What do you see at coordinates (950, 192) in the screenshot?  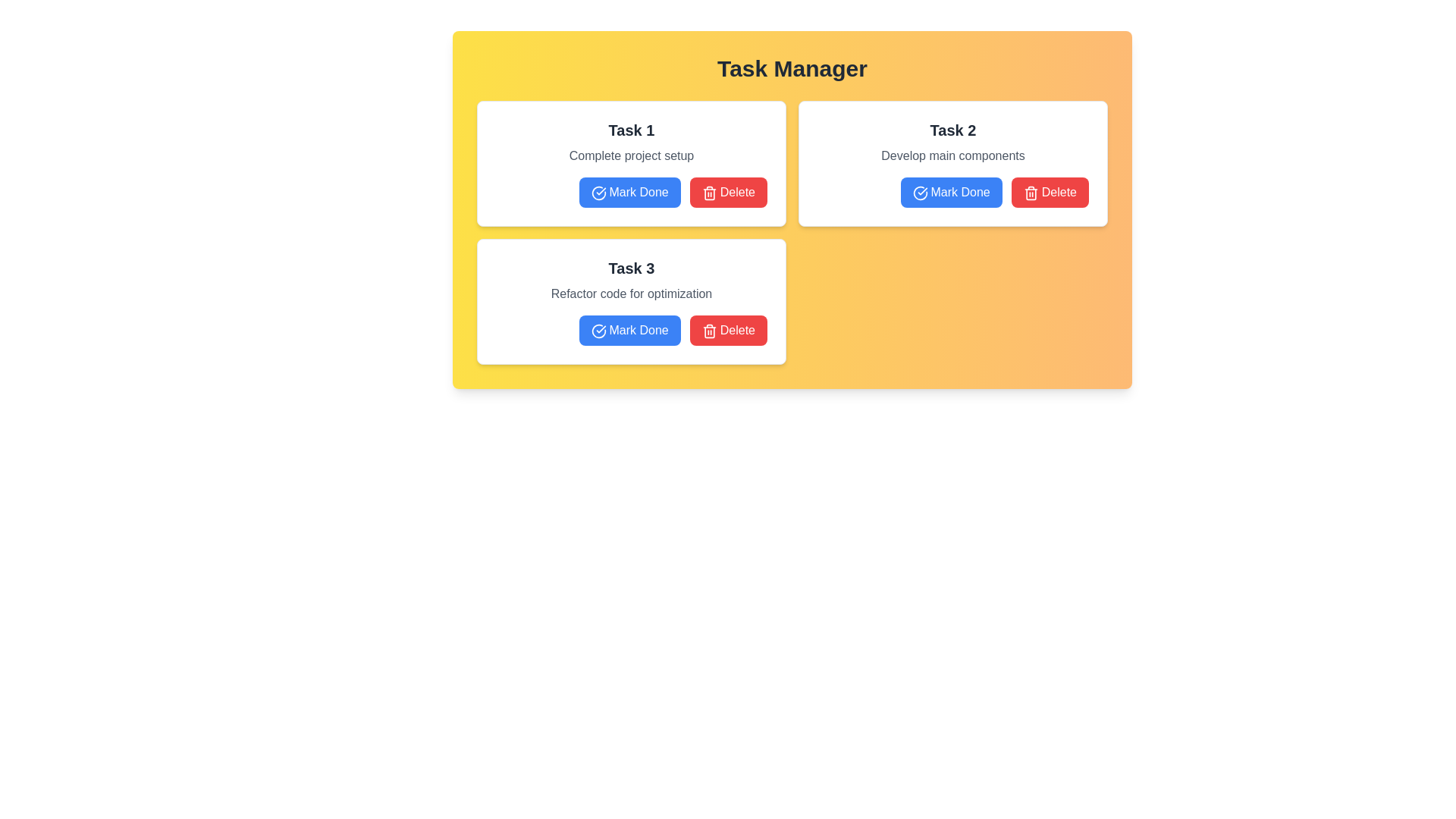 I see `'Mark Done' button for task 2` at bounding box center [950, 192].